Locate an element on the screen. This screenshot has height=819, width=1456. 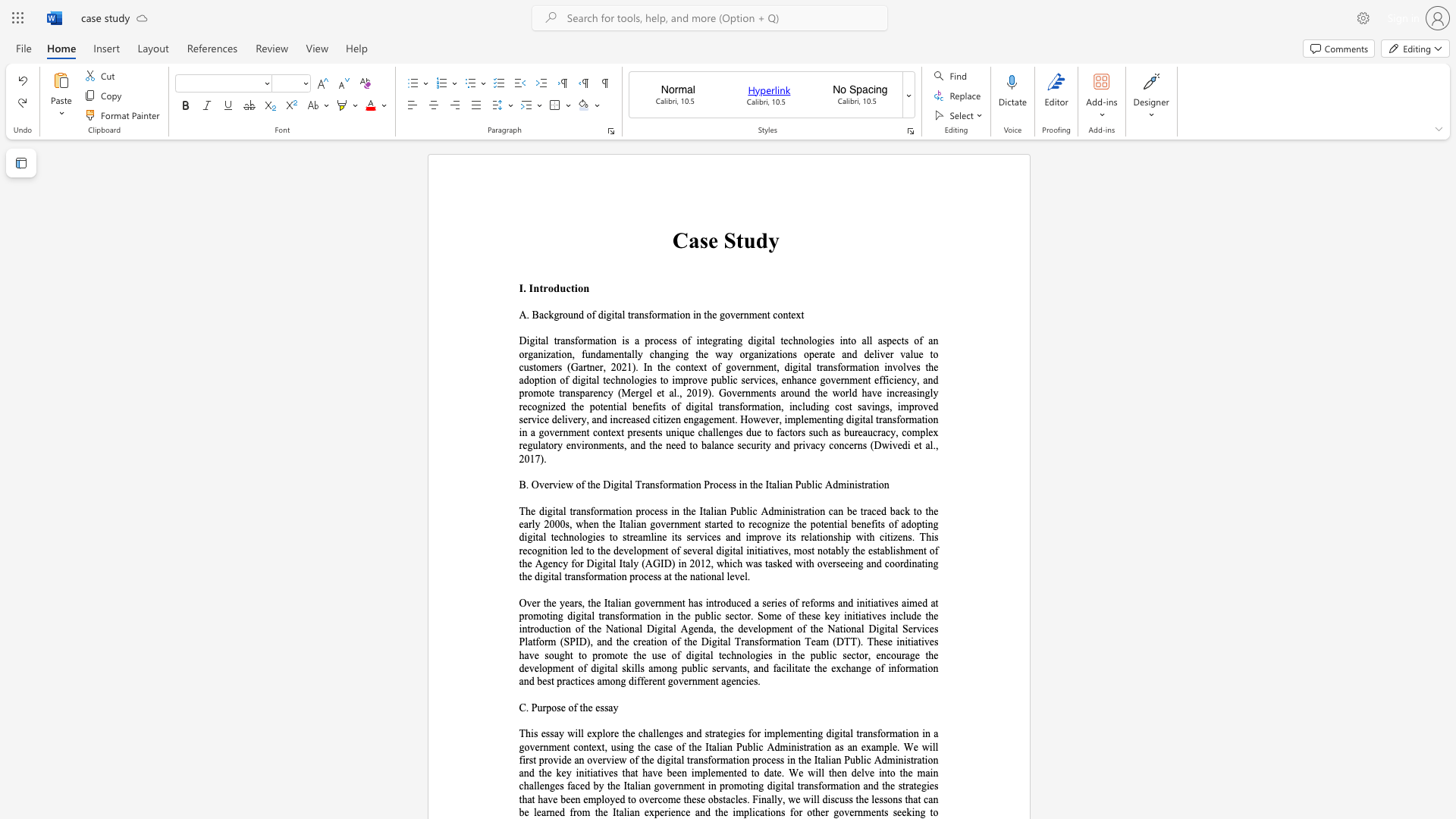
the 1th character "m" in the text is located at coordinates (664, 314).